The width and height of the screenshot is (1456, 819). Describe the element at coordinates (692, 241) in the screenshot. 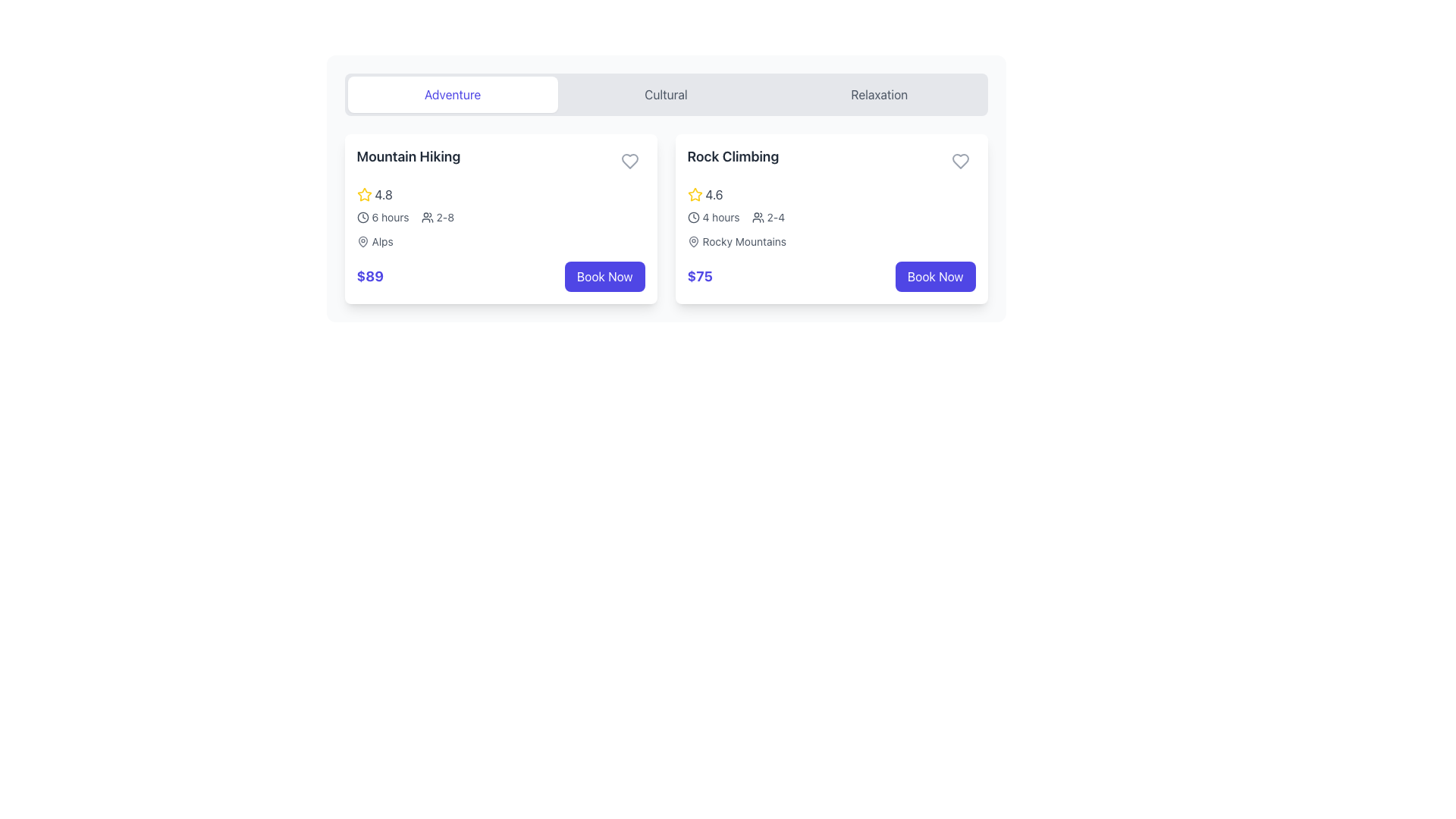

I see `the map pin icon representing a location for the 'Rock Climbing' activity, located in the second card under '4 hours', '2-4', and above 'Rocky Mountains'` at that location.